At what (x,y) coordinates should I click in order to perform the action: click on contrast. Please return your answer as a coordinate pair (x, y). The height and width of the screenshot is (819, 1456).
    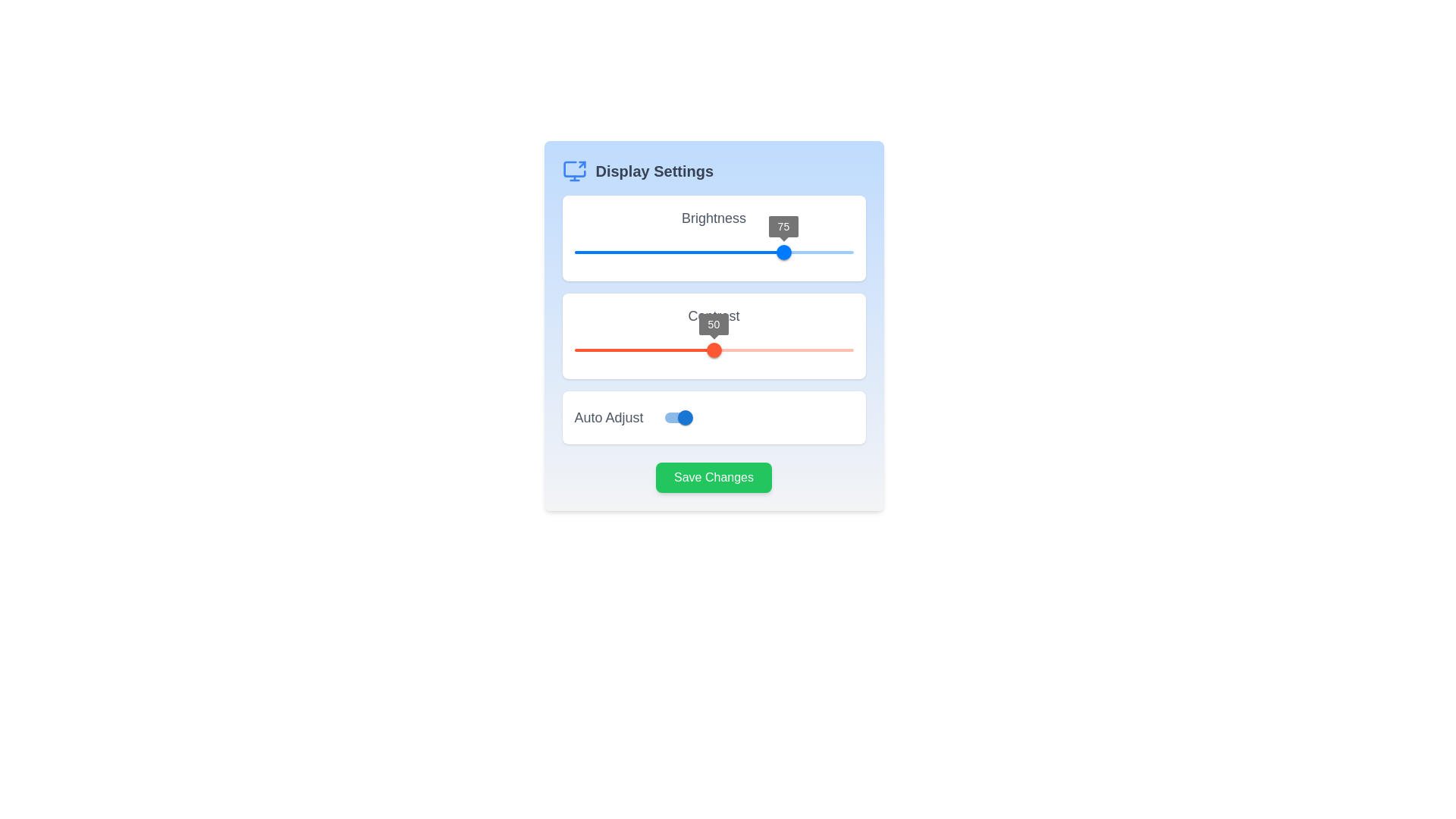
    Looking at the image, I should click on (767, 350).